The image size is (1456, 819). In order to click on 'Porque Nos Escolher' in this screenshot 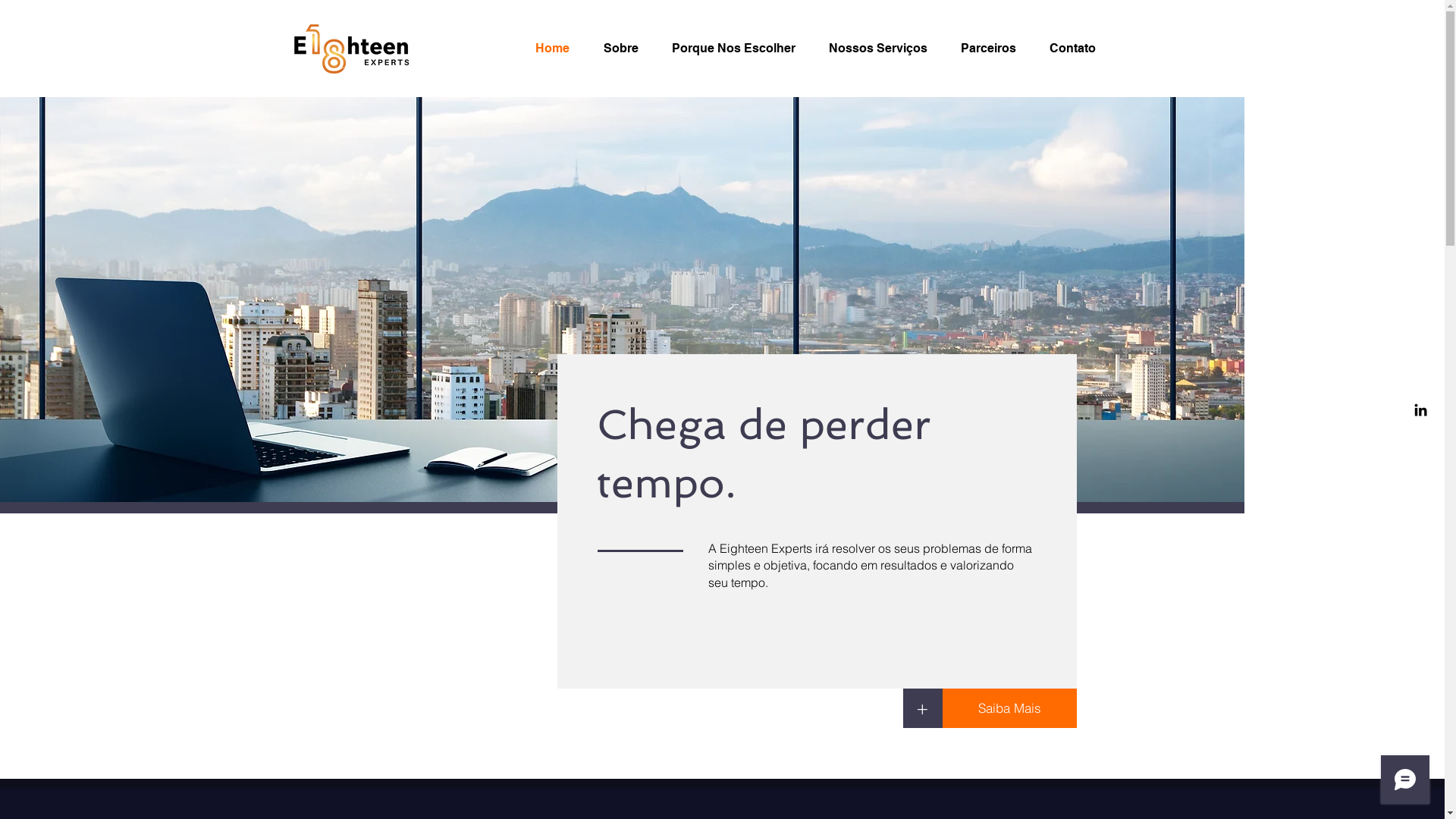, I will do `click(738, 48)`.